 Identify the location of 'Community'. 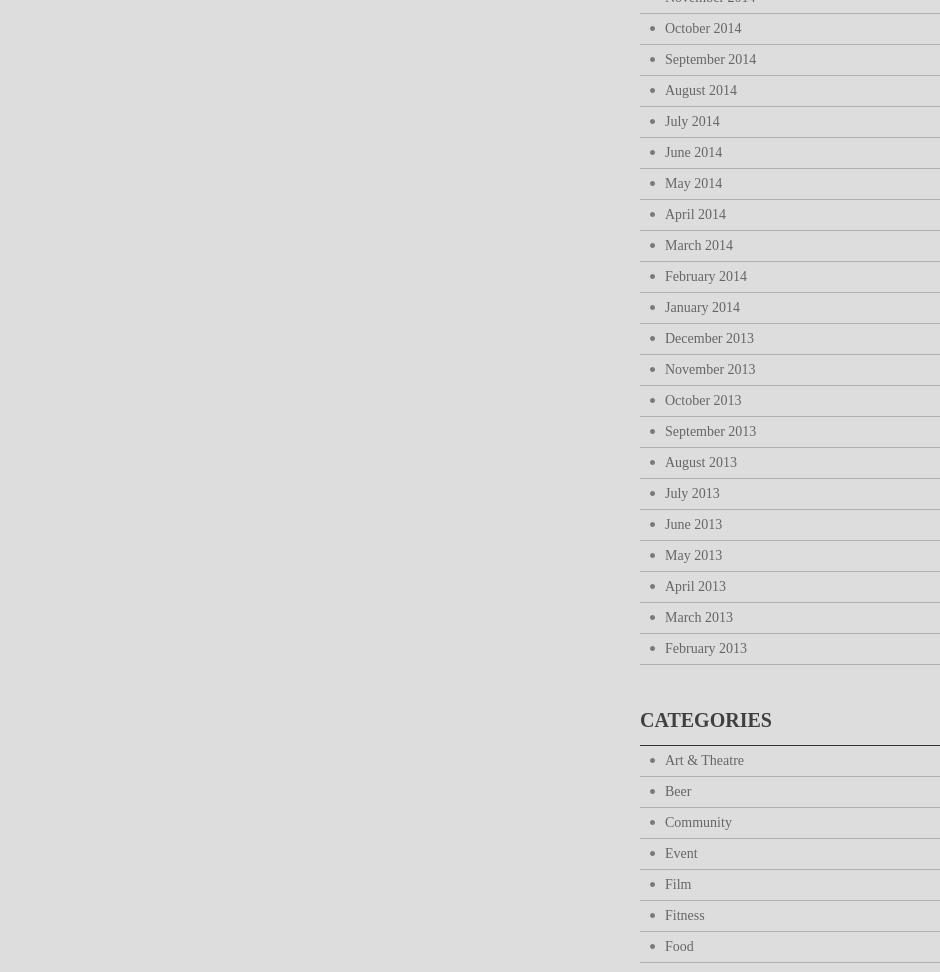
(697, 821).